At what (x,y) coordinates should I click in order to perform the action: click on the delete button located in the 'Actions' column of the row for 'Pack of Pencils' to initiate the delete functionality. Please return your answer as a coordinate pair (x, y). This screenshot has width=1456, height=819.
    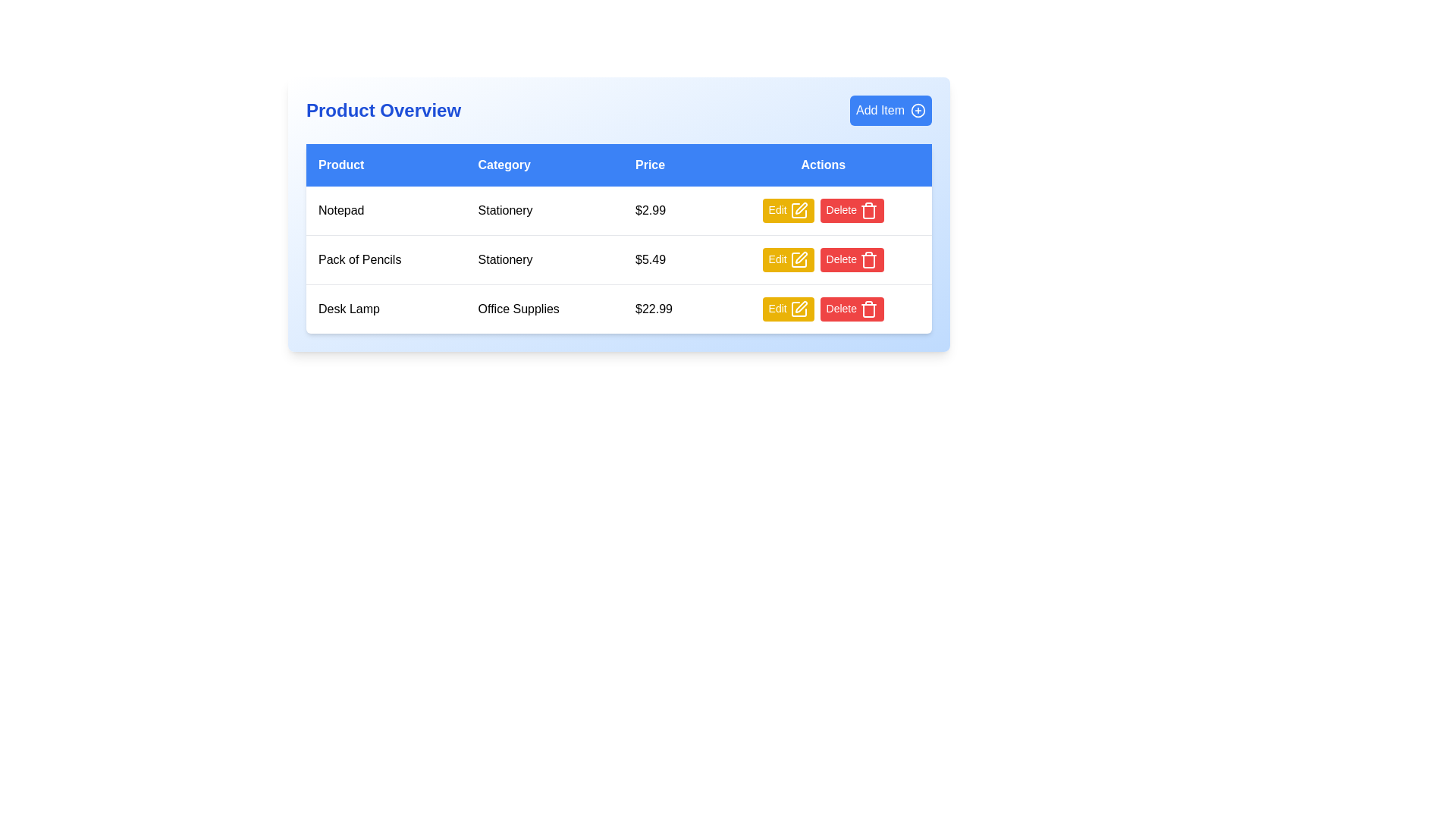
    Looking at the image, I should click on (852, 259).